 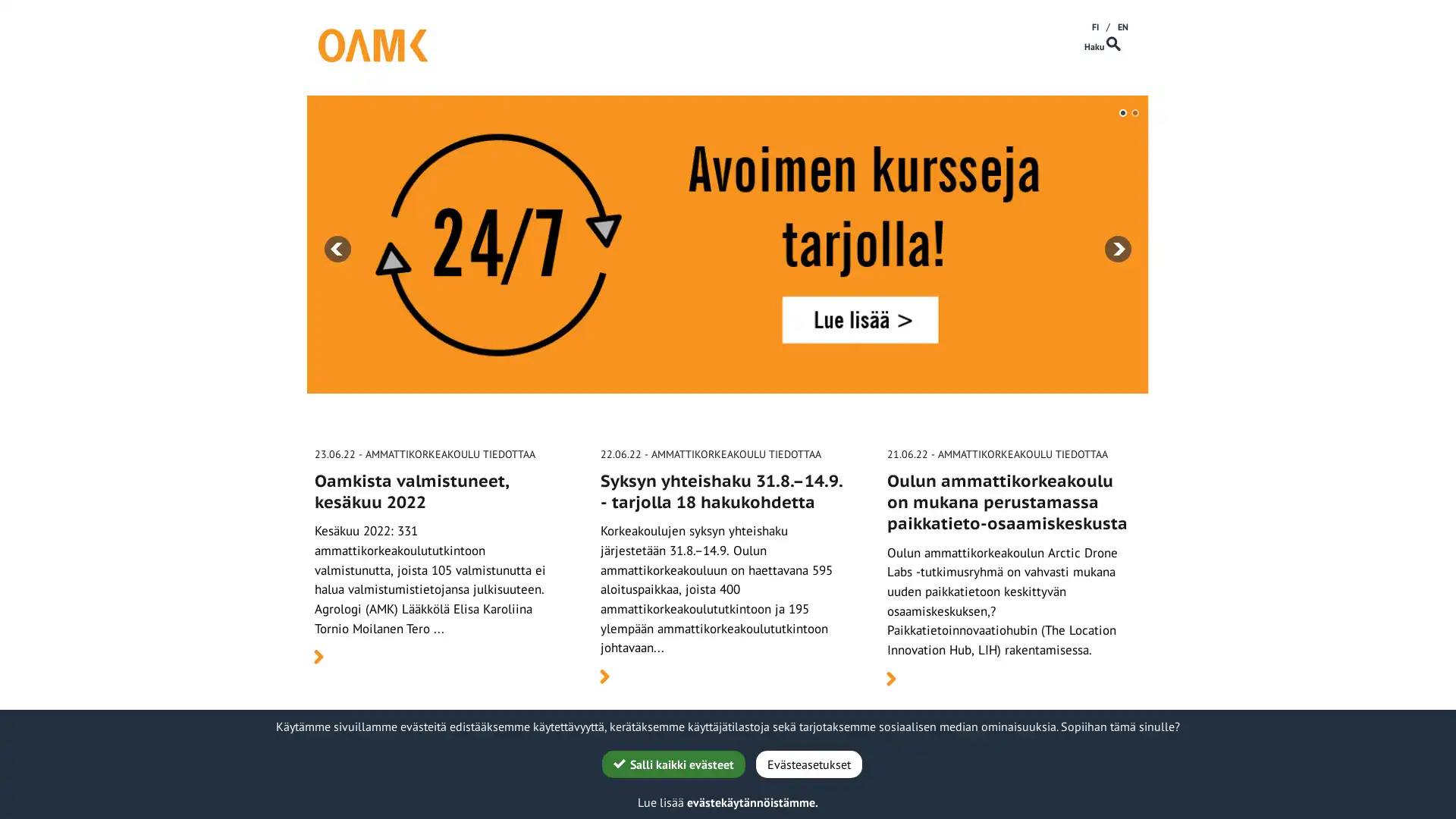 I want to click on G  Salli kaikki evasteet, so click(x=672, y=764).